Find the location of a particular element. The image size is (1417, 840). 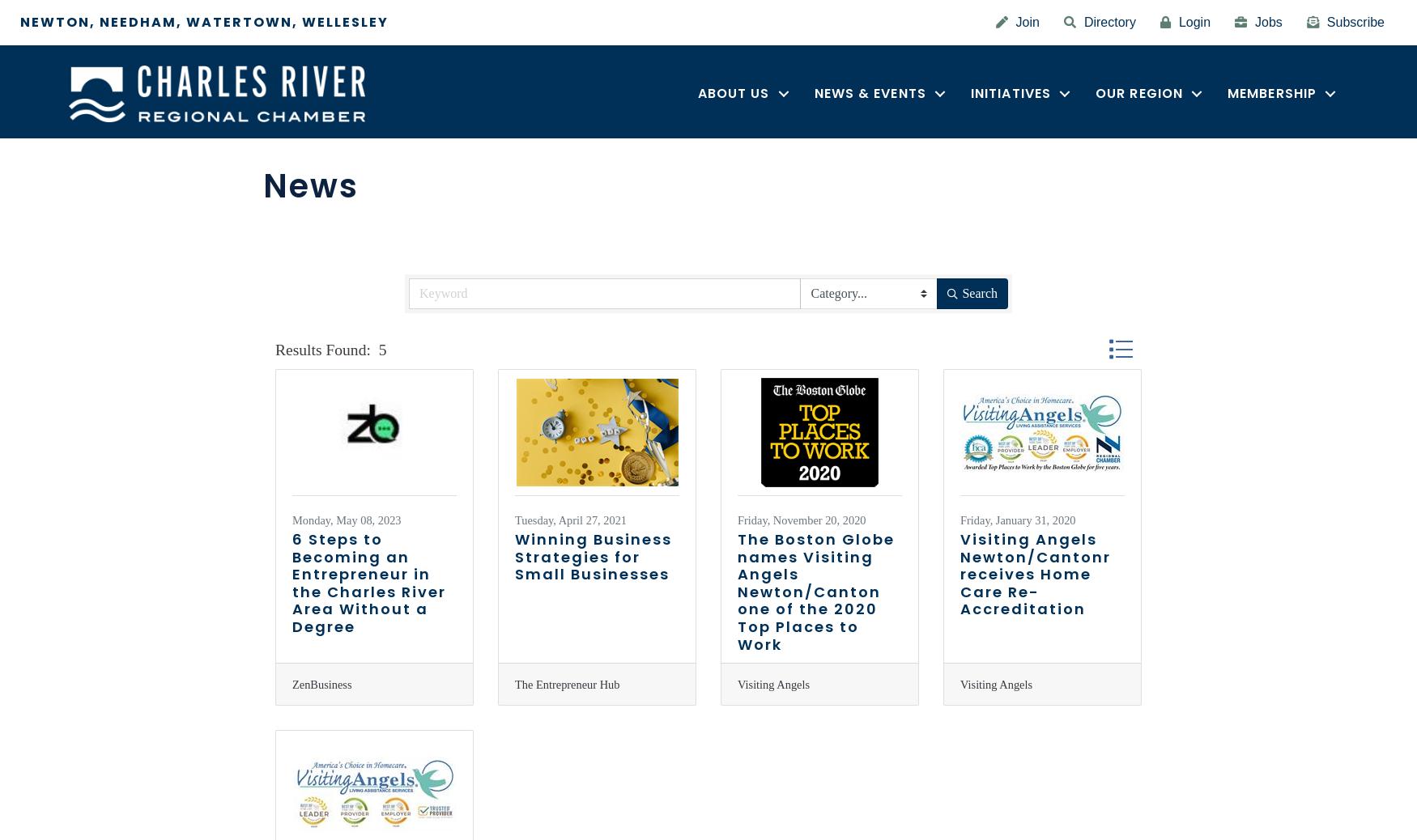

'Winning Business Strategies for Small Businesses' is located at coordinates (594, 555).